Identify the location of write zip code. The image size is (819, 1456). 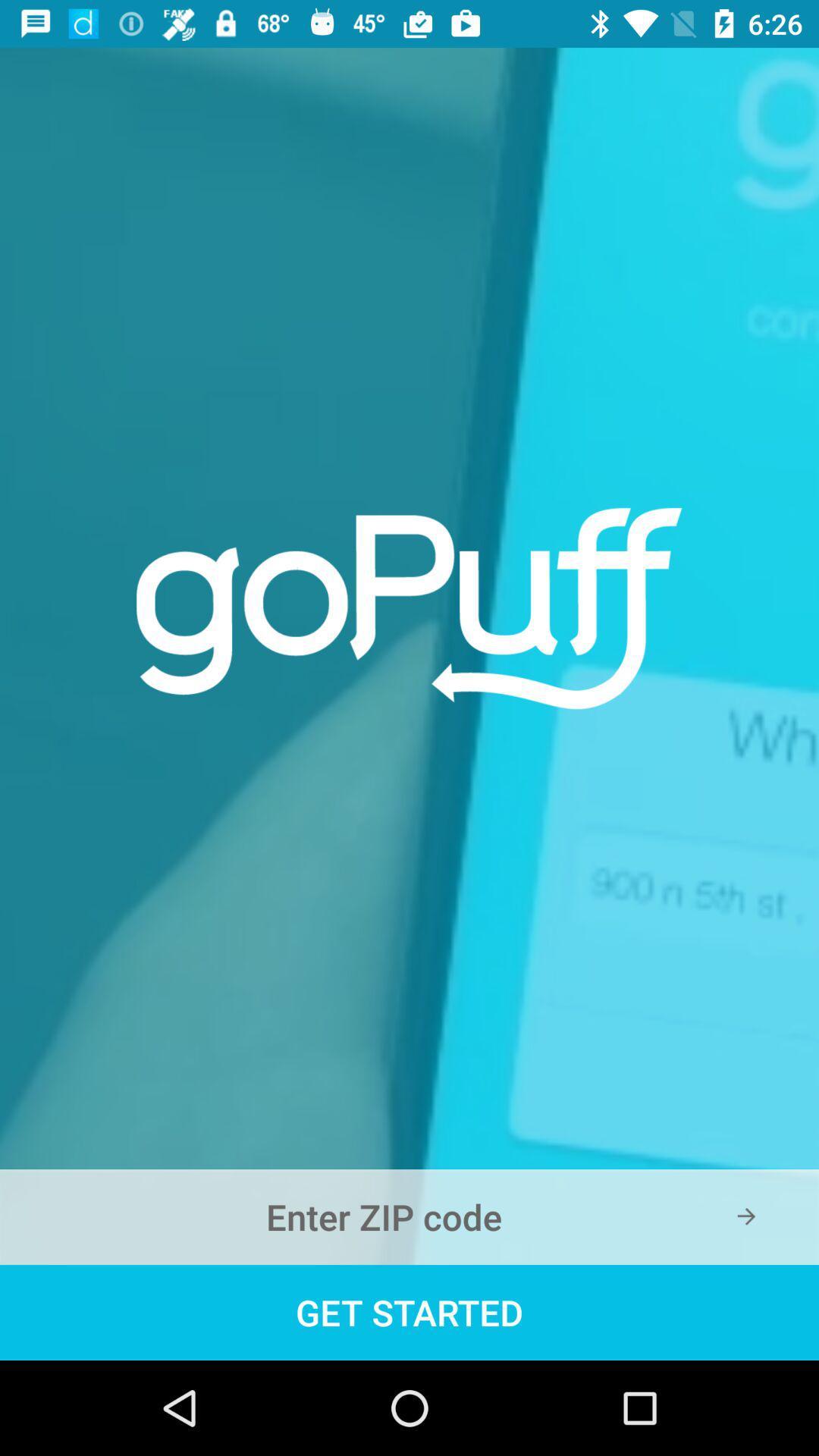
(409, 1216).